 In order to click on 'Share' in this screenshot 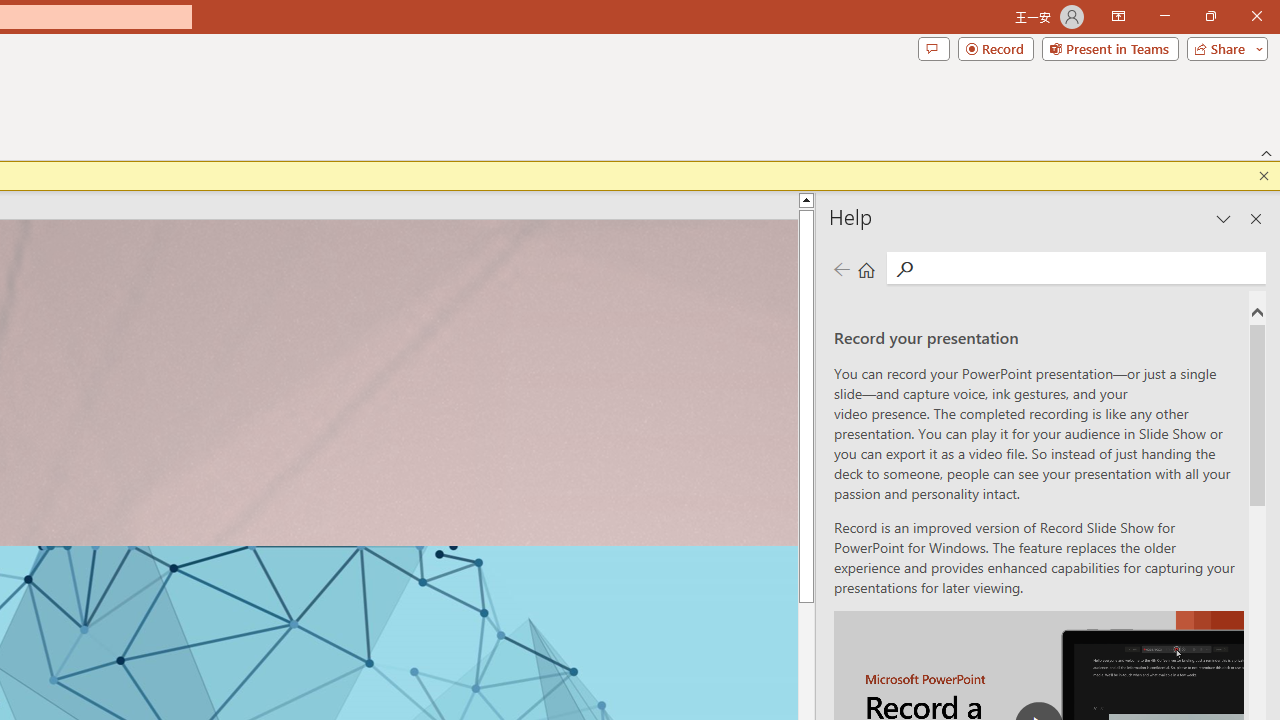, I will do `click(1222, 47)`.